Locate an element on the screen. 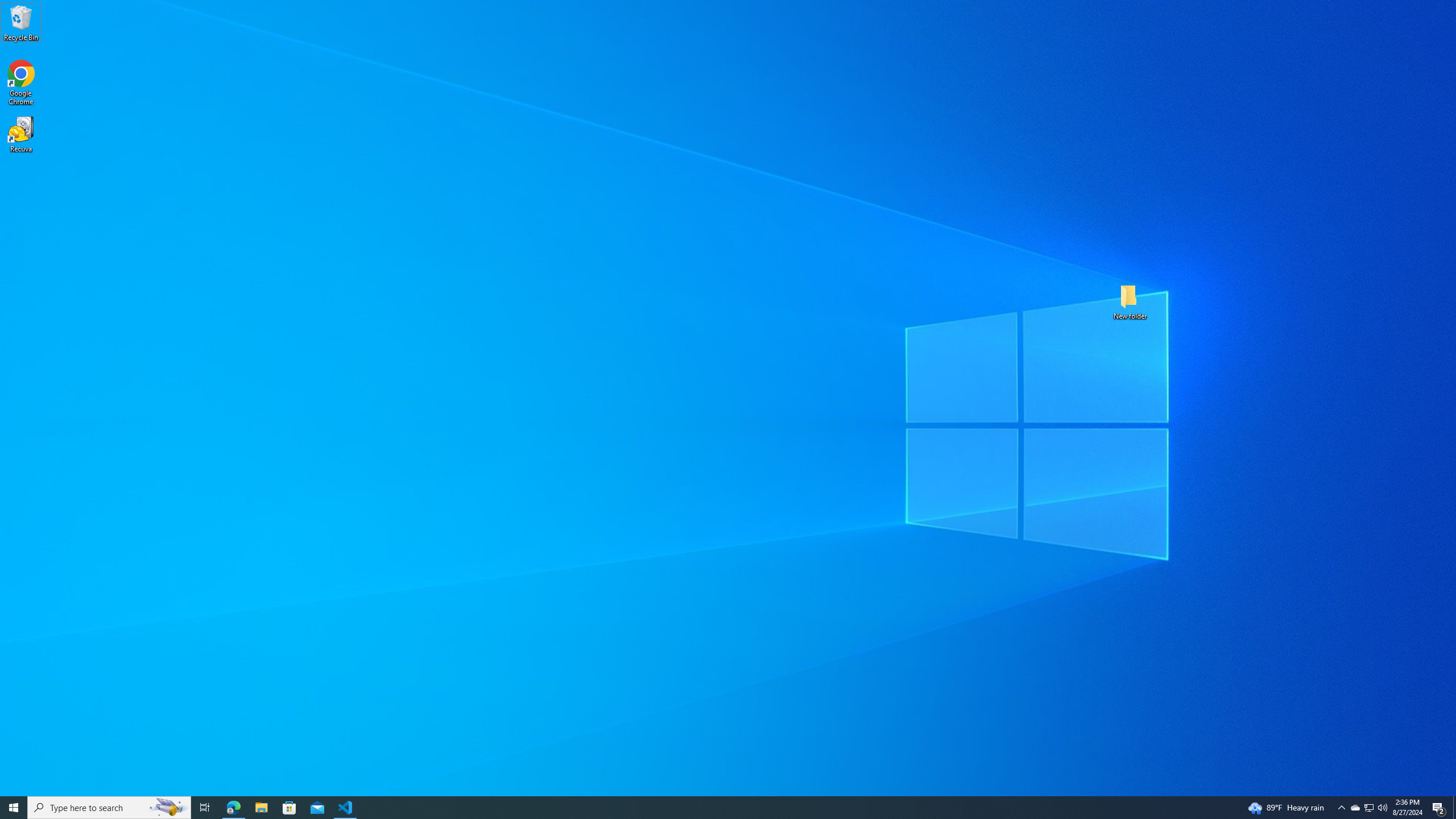 The width and height of the screenshot is (1456, 819). 'Type here to search' is located at coordinates (109, 806).